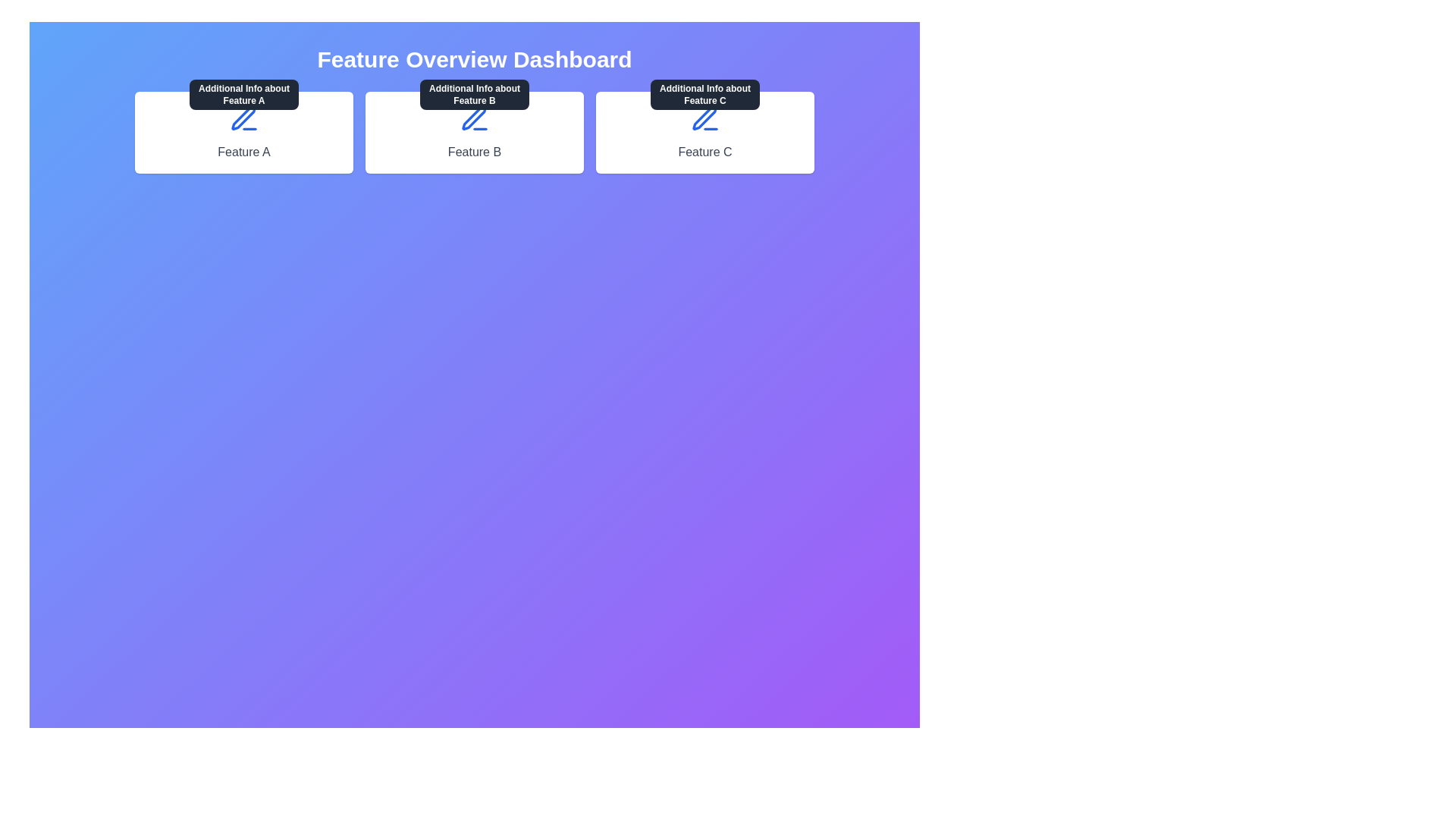 The height and width of the screenshot is (819, 1456). Describe the element at coordinates (473, 118) in the screenshot. I see `the blue pen icon located centrally within the white card labeled 'Feature B', which is below the black banner 'Additional Info about Feature B'` at that location.